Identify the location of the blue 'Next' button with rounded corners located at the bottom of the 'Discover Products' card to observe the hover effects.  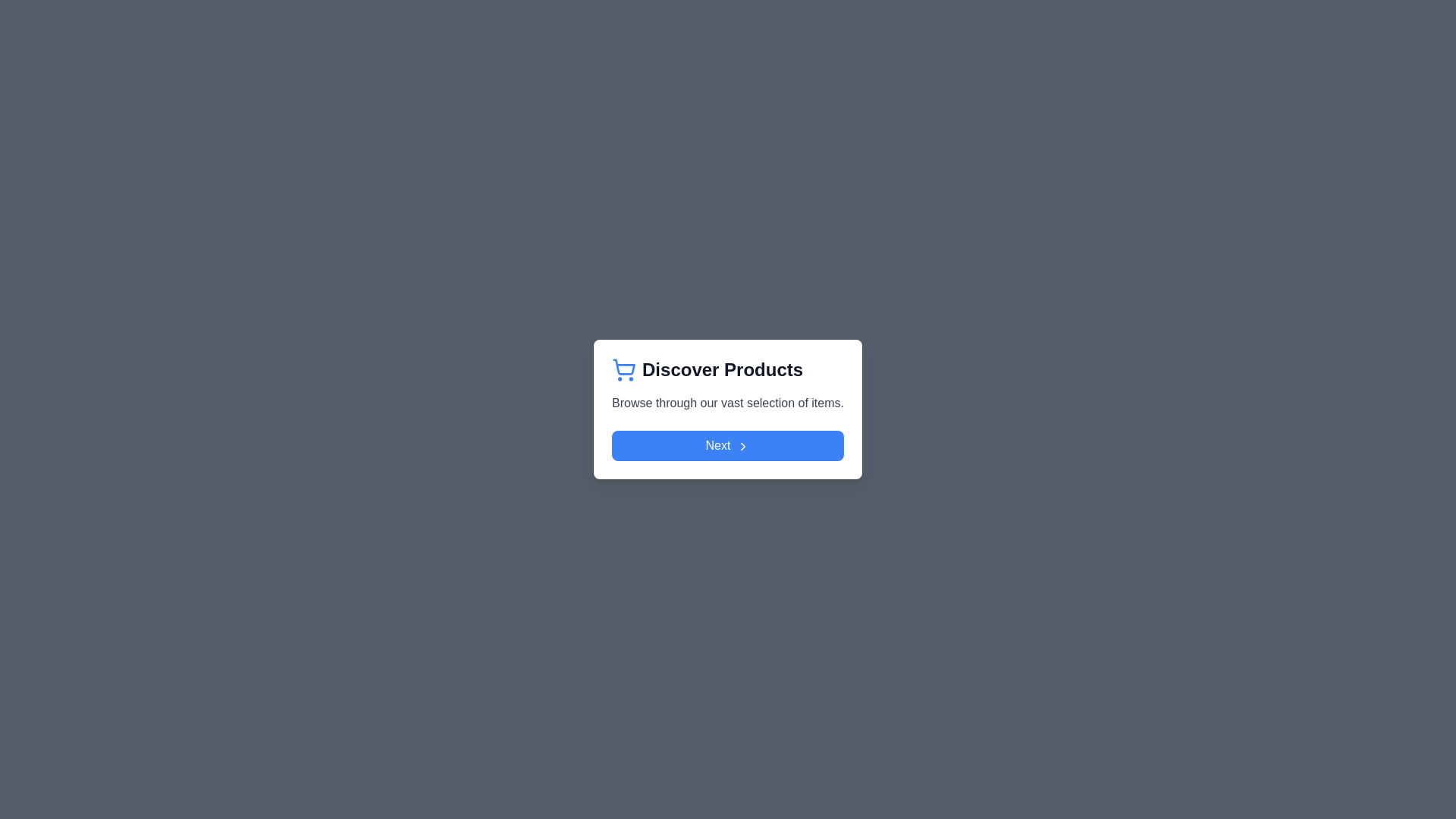
(728, 444).